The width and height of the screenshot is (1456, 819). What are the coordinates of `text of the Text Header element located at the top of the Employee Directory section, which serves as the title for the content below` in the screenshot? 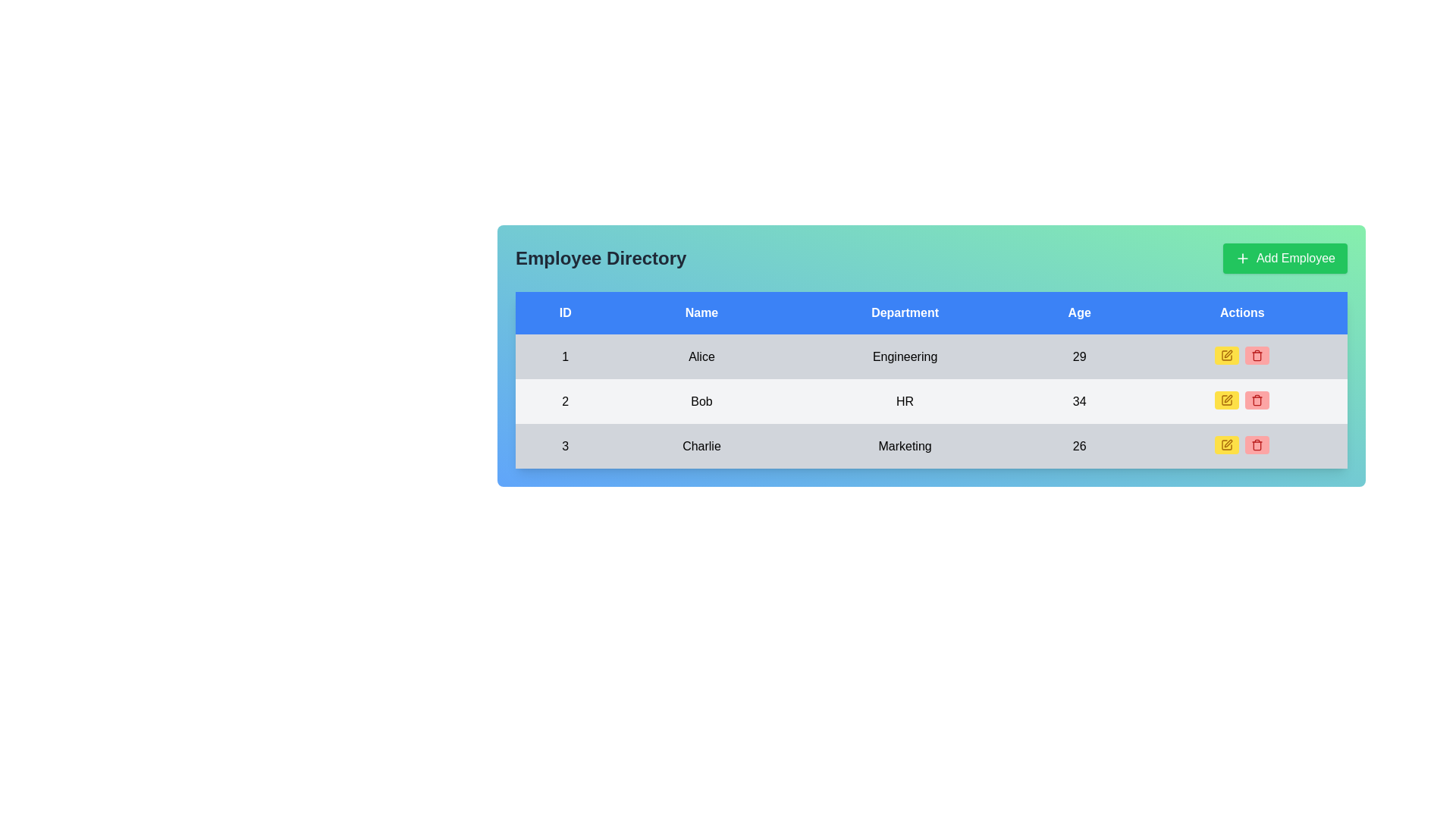 It's located at (600, 257).